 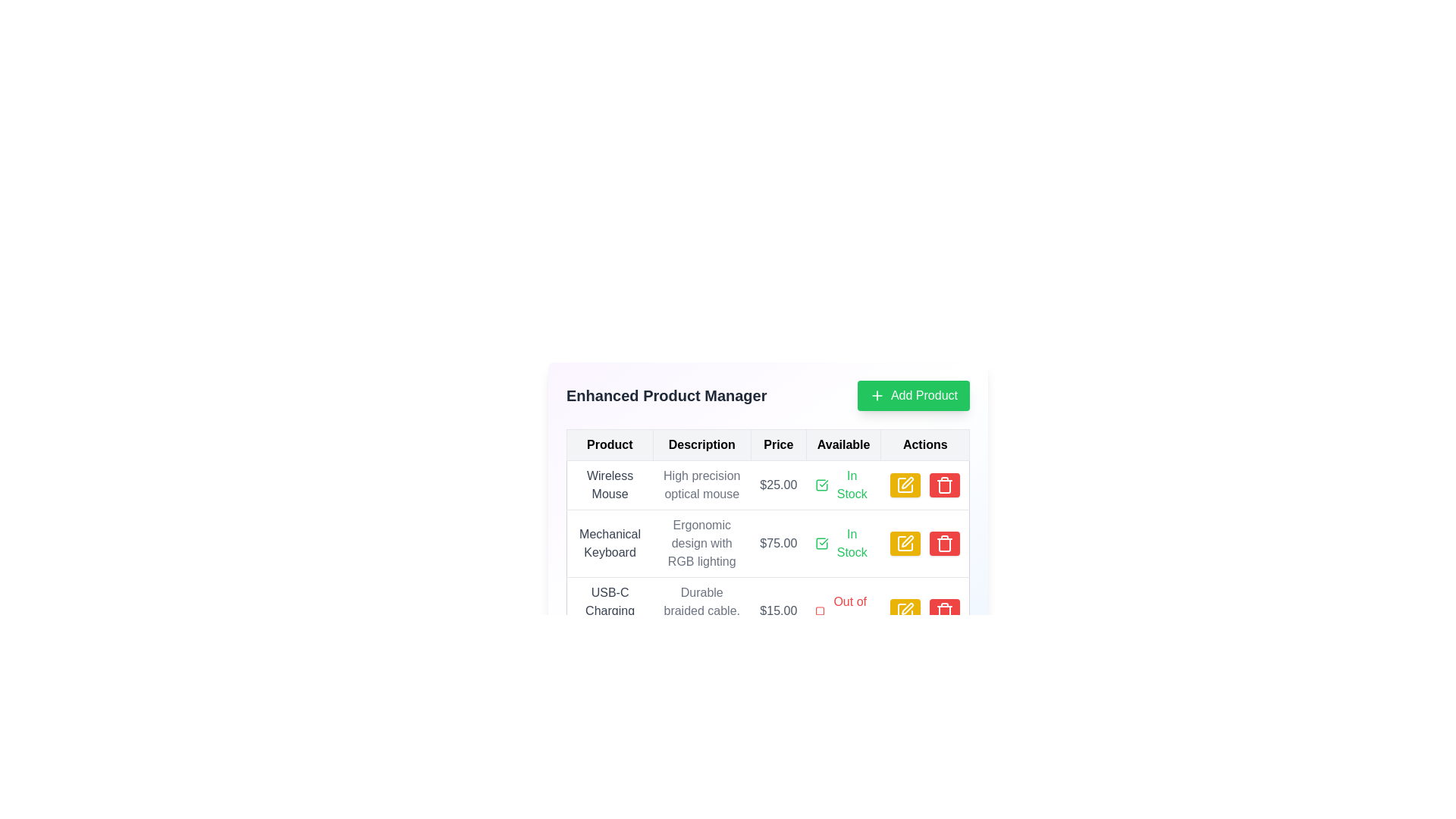 I want to click on the trash can button located in the 'Actions' column of the table, so click(x=943, y=485).